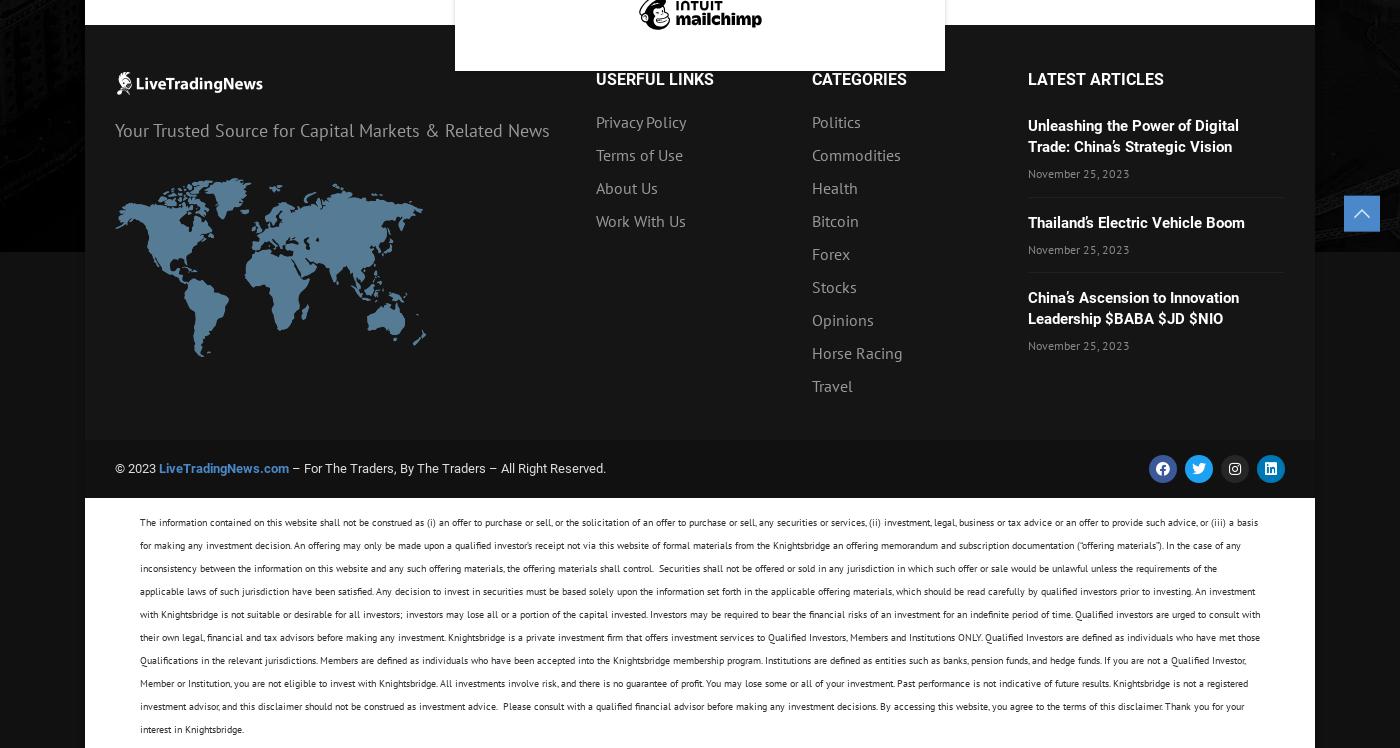 The width and height of the screenshot is (1400, 748). Describe the element at coordinates (653, 78) in the screenshot. I see `'Userful Links'` at that location.